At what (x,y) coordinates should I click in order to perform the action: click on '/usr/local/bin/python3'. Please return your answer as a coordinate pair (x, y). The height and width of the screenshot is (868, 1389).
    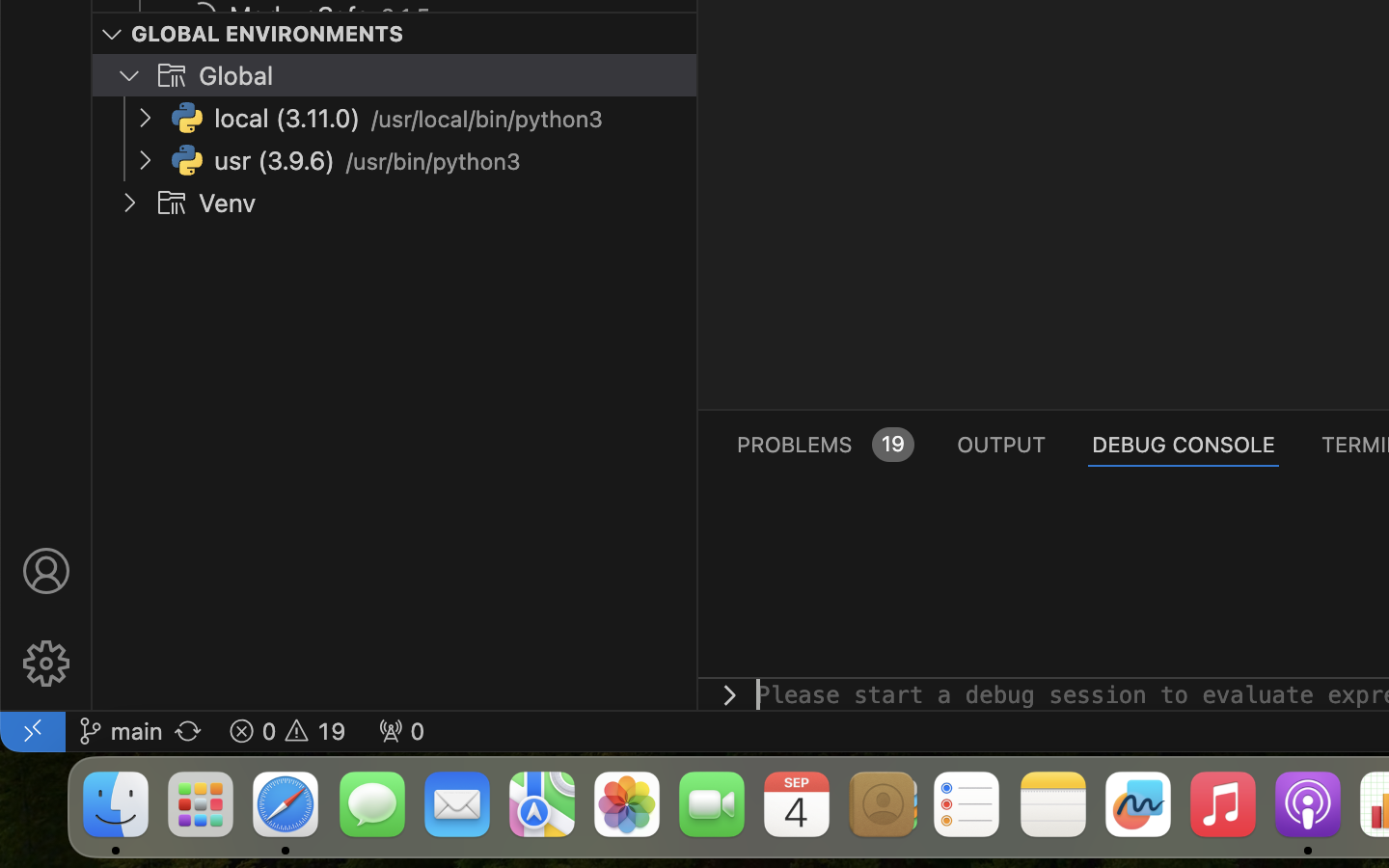
    Looking at the image, I should click on (487, 120).